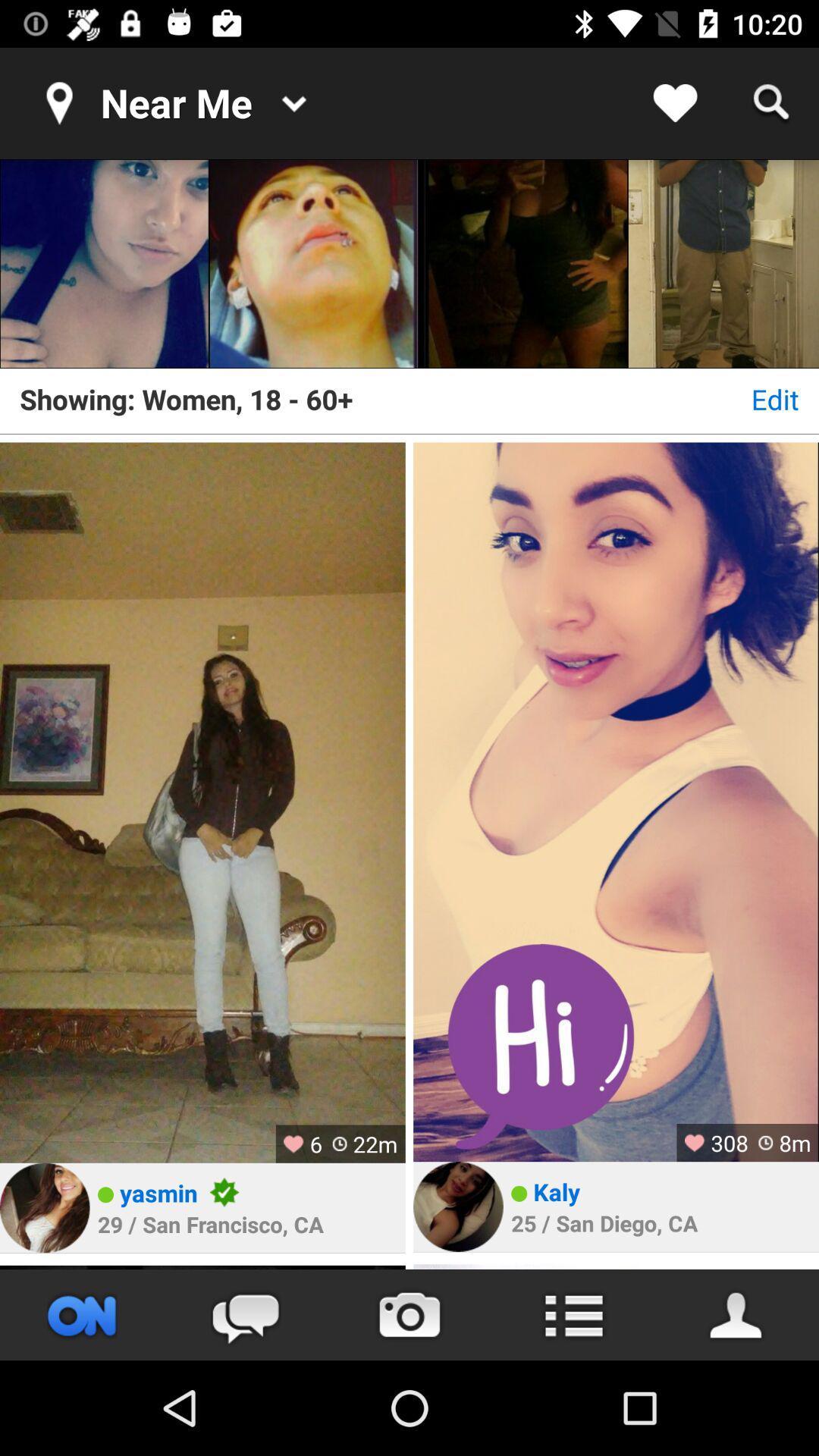 This screenshot has height=1456, width=819. Describe the element at coordinates (312, 263) in the screenshot. I see `click image to show profile` at that location.